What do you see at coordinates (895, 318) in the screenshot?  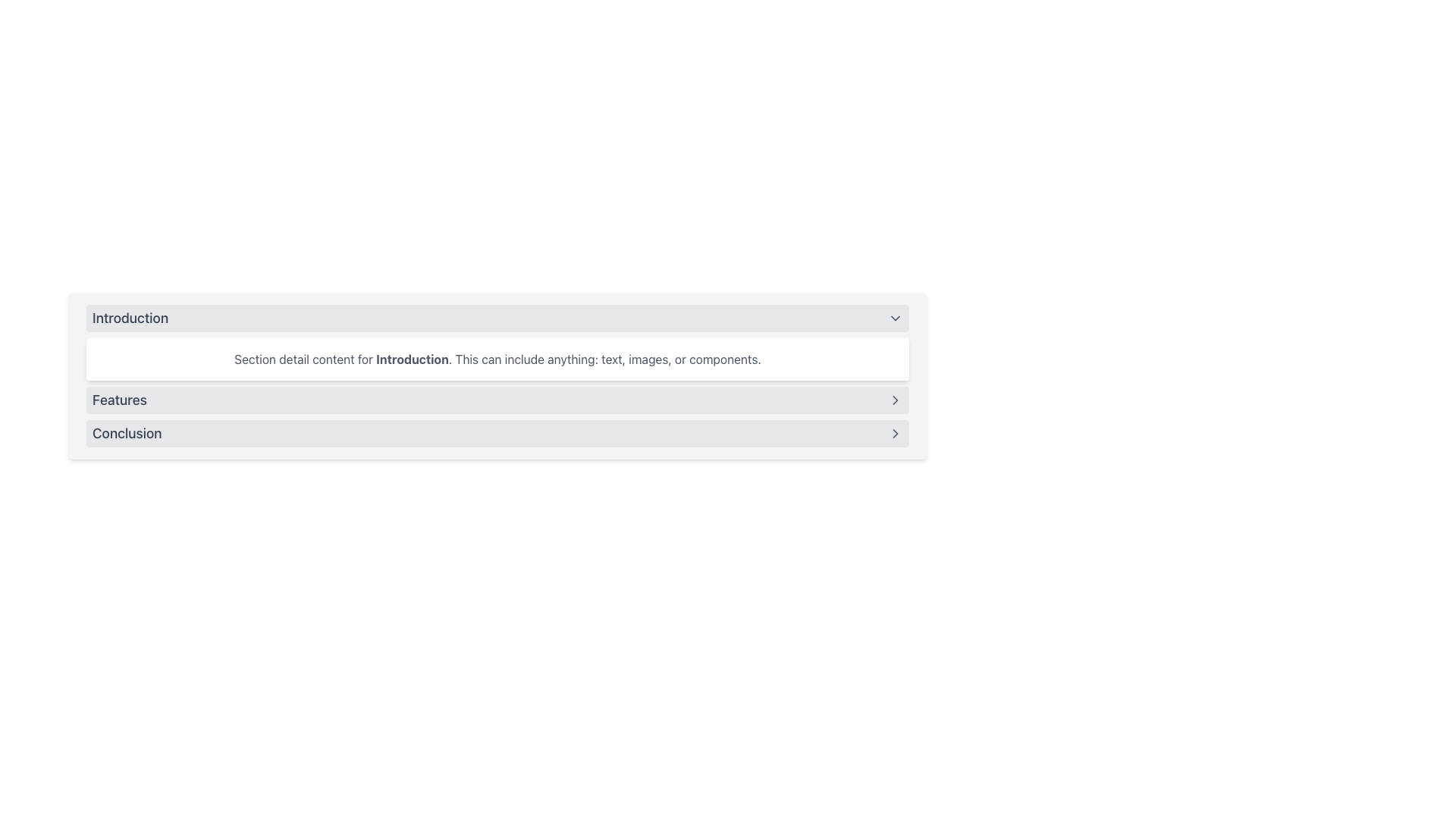 I see `the downward-pointing gray chevron icon located at the far right side of the 'Introduction' section header` at bounding box center [895, 318].